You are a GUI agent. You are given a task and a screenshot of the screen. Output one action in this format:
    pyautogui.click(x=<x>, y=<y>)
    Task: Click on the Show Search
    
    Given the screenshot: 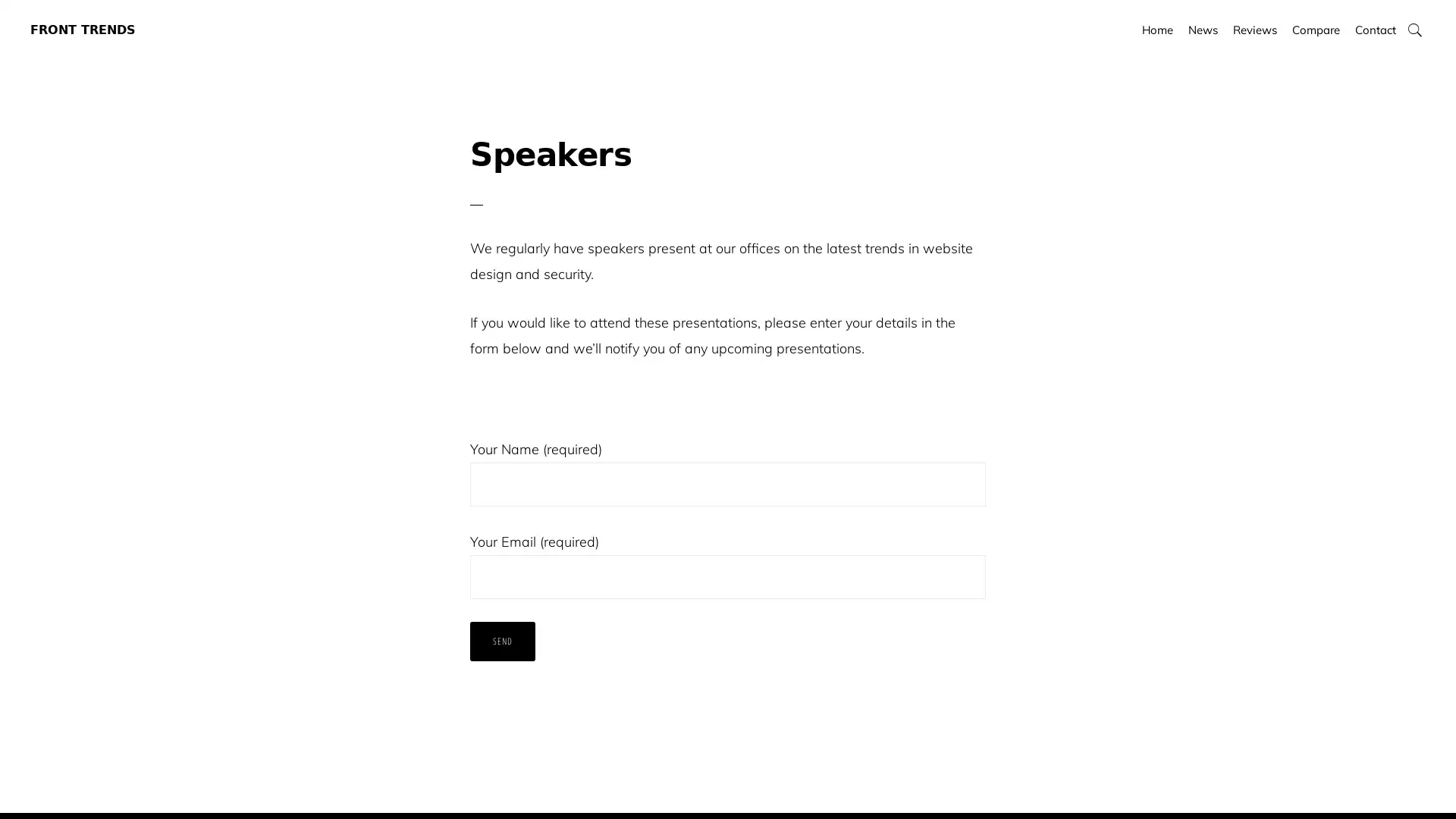 What is the action you would take?
    pyautogui.click(x=1414, y=30)
    